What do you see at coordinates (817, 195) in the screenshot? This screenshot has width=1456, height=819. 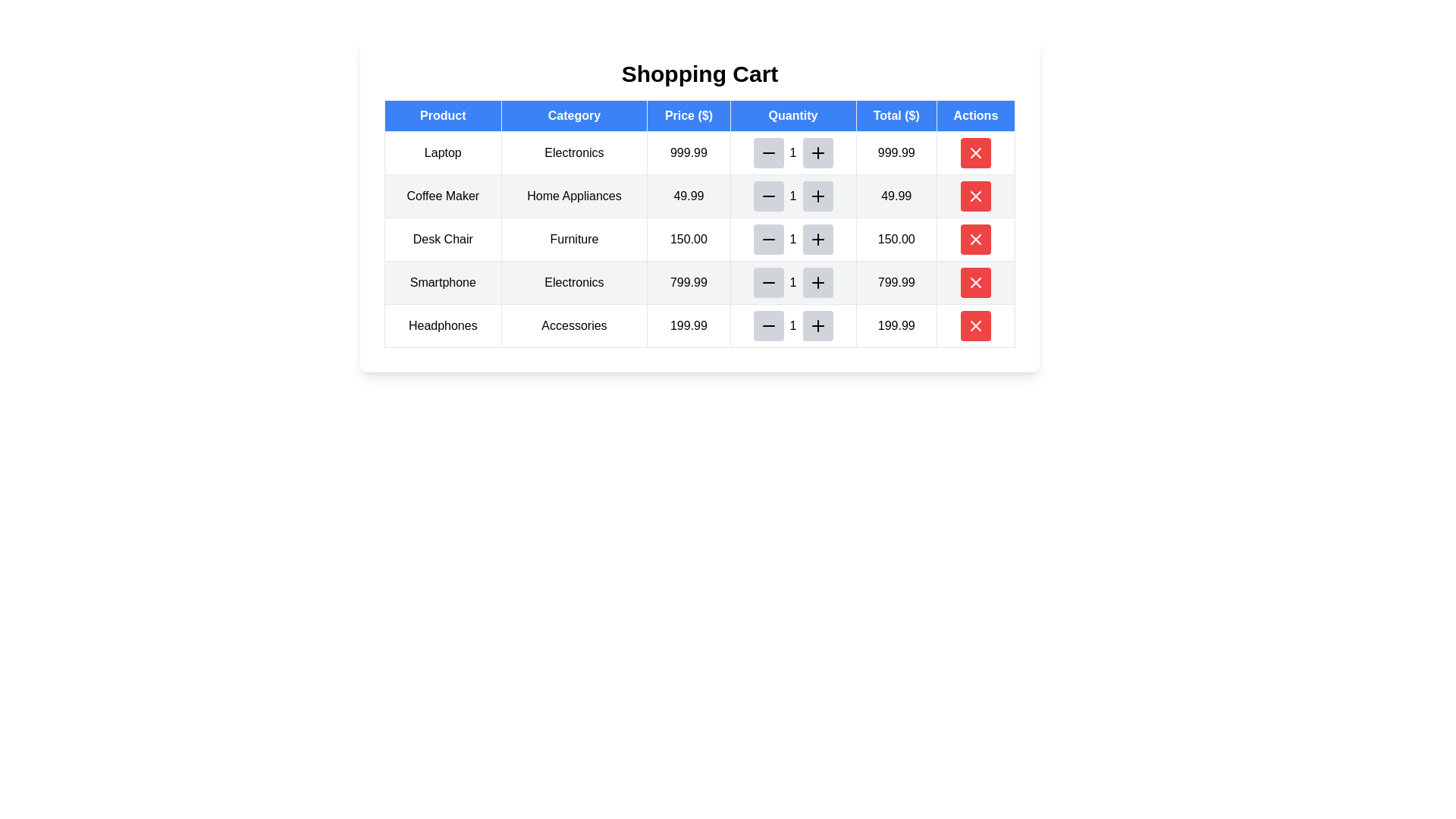 I see `the '+' button located in the Quantity column of the second row ('Home Appliances') in the table` at bounding box center [817, 195].